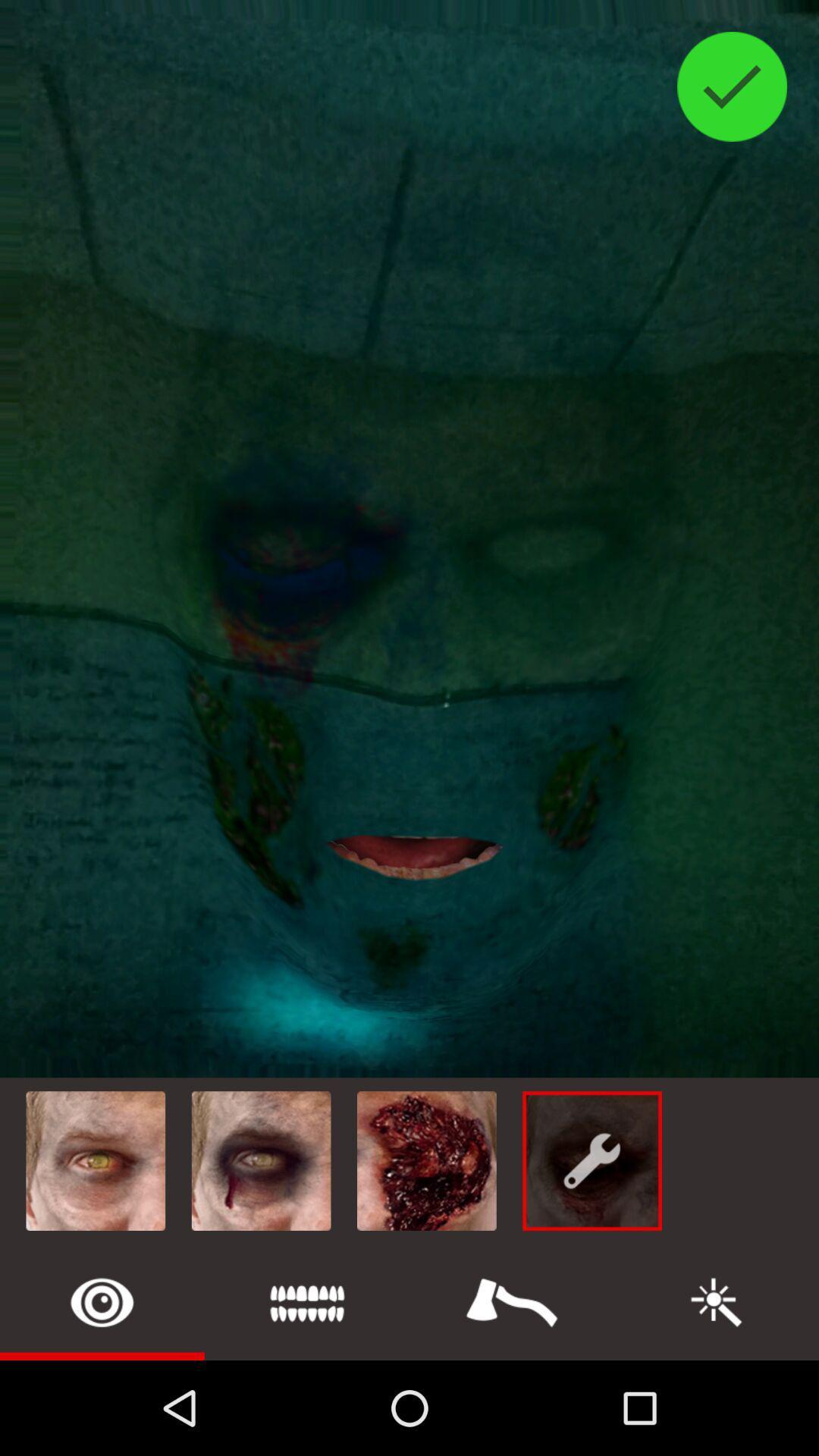  Describe the element at coordinates (717, 1301) in the screenshot. I see `the effects option` at that location.